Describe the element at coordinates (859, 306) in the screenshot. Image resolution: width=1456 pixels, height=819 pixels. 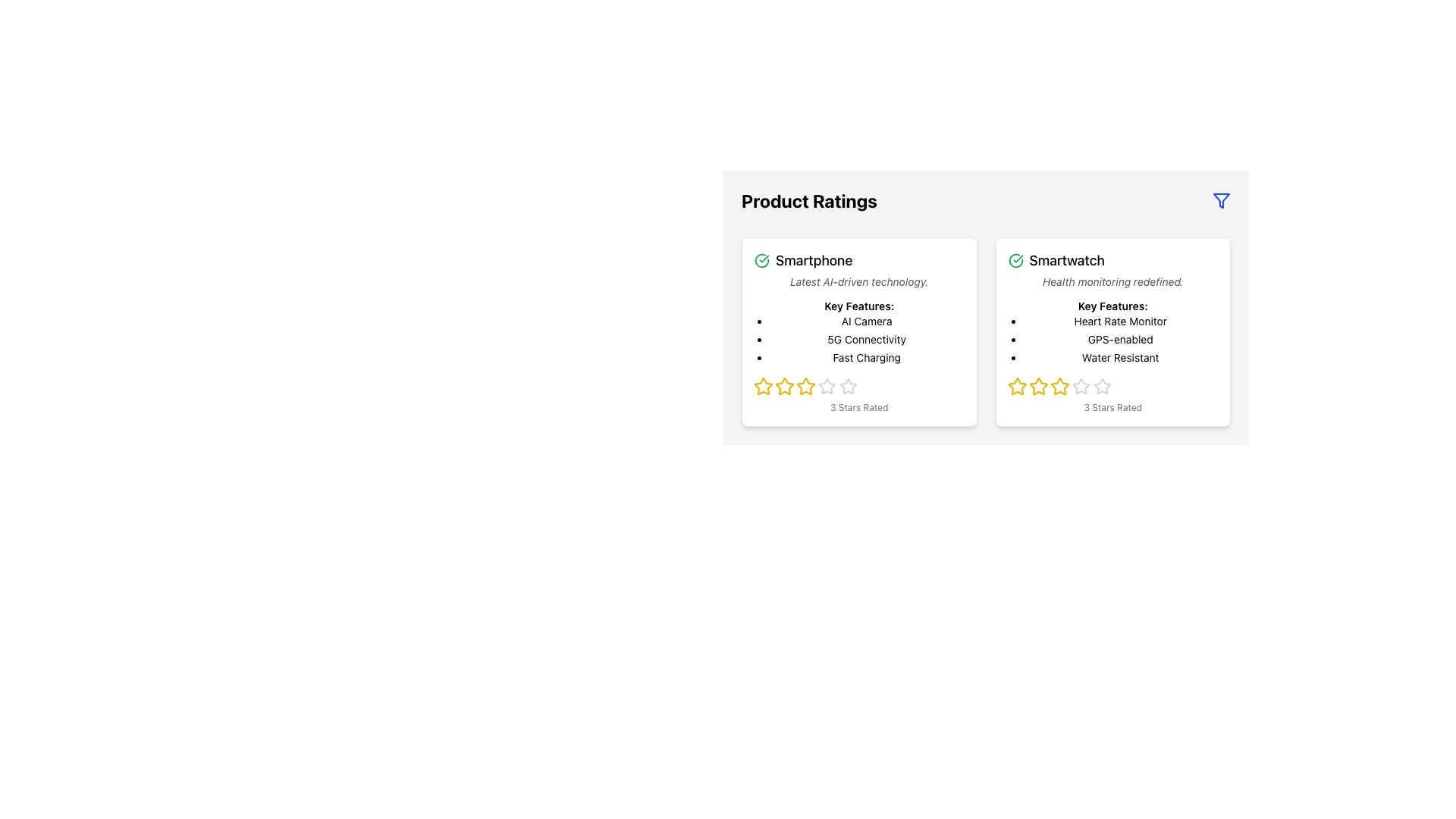
I see `the text label or heading located under the subtitle 'Latest AI-driven technology' and above the bullet points 'AI Camera', '5G Connectivity', and 'Fast Charging'` at that location.